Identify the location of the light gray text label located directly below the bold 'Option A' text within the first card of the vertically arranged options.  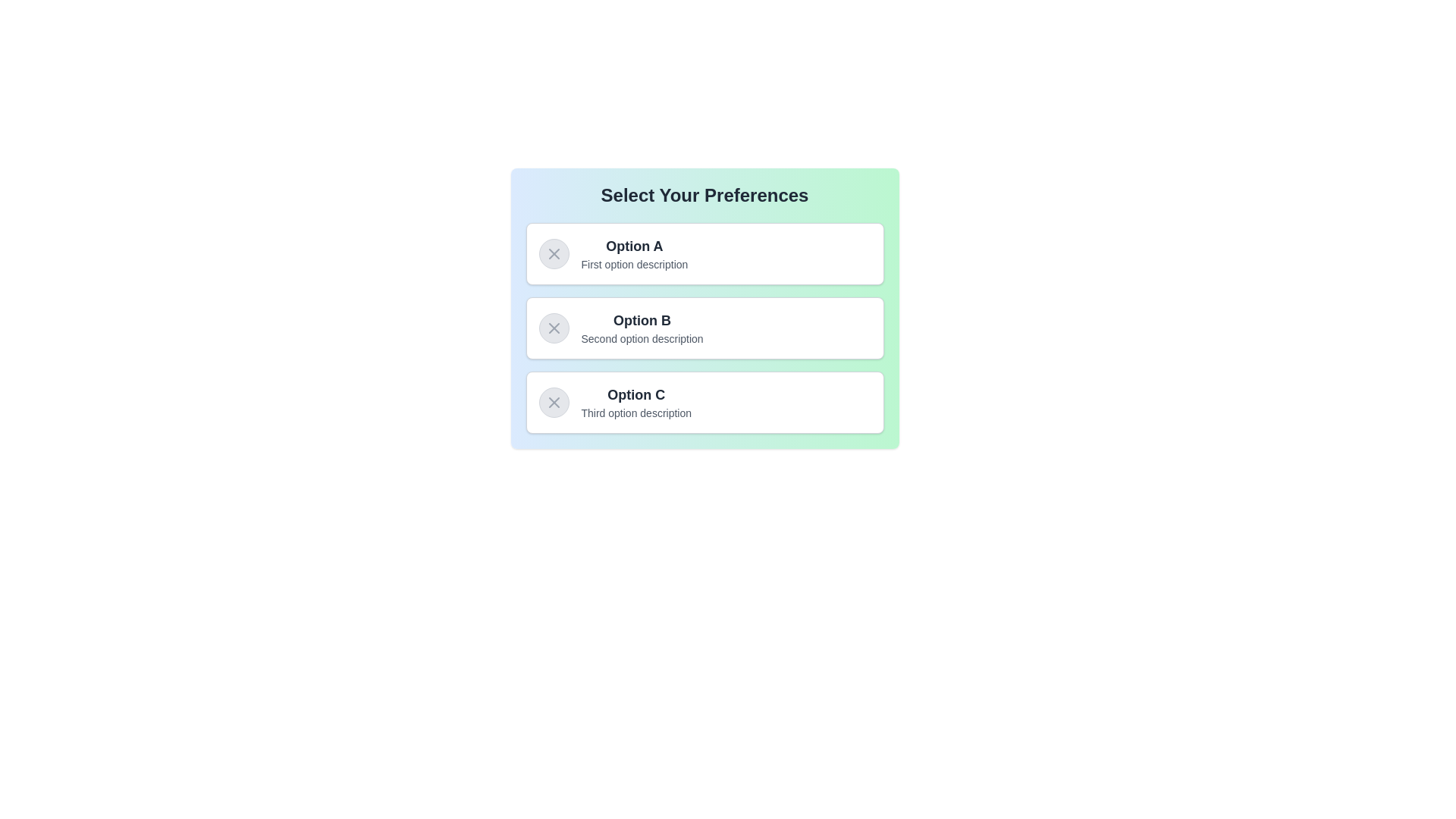
(634, 263).